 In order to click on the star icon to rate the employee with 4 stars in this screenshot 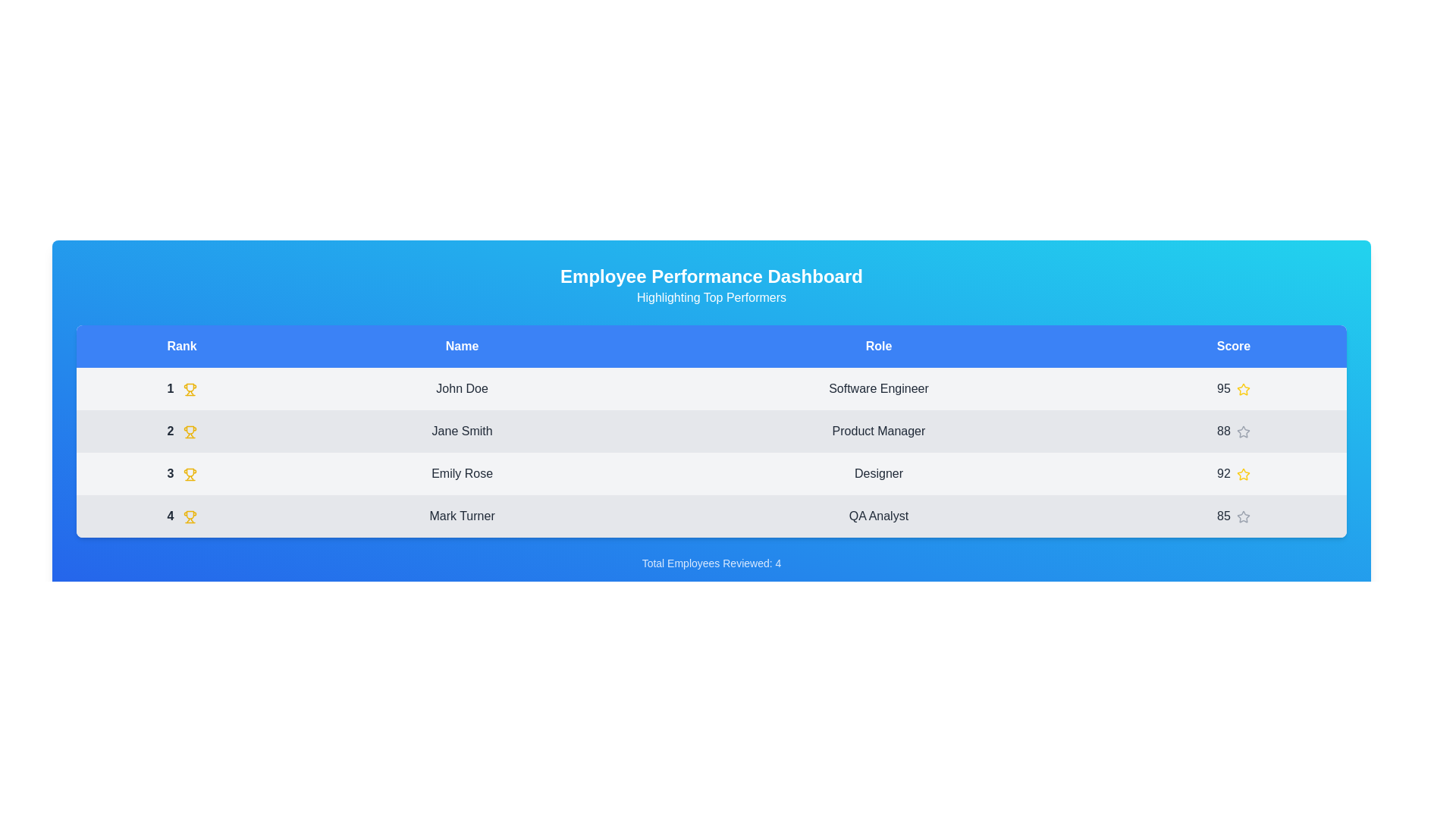, I will do `click(1243, 516)`.